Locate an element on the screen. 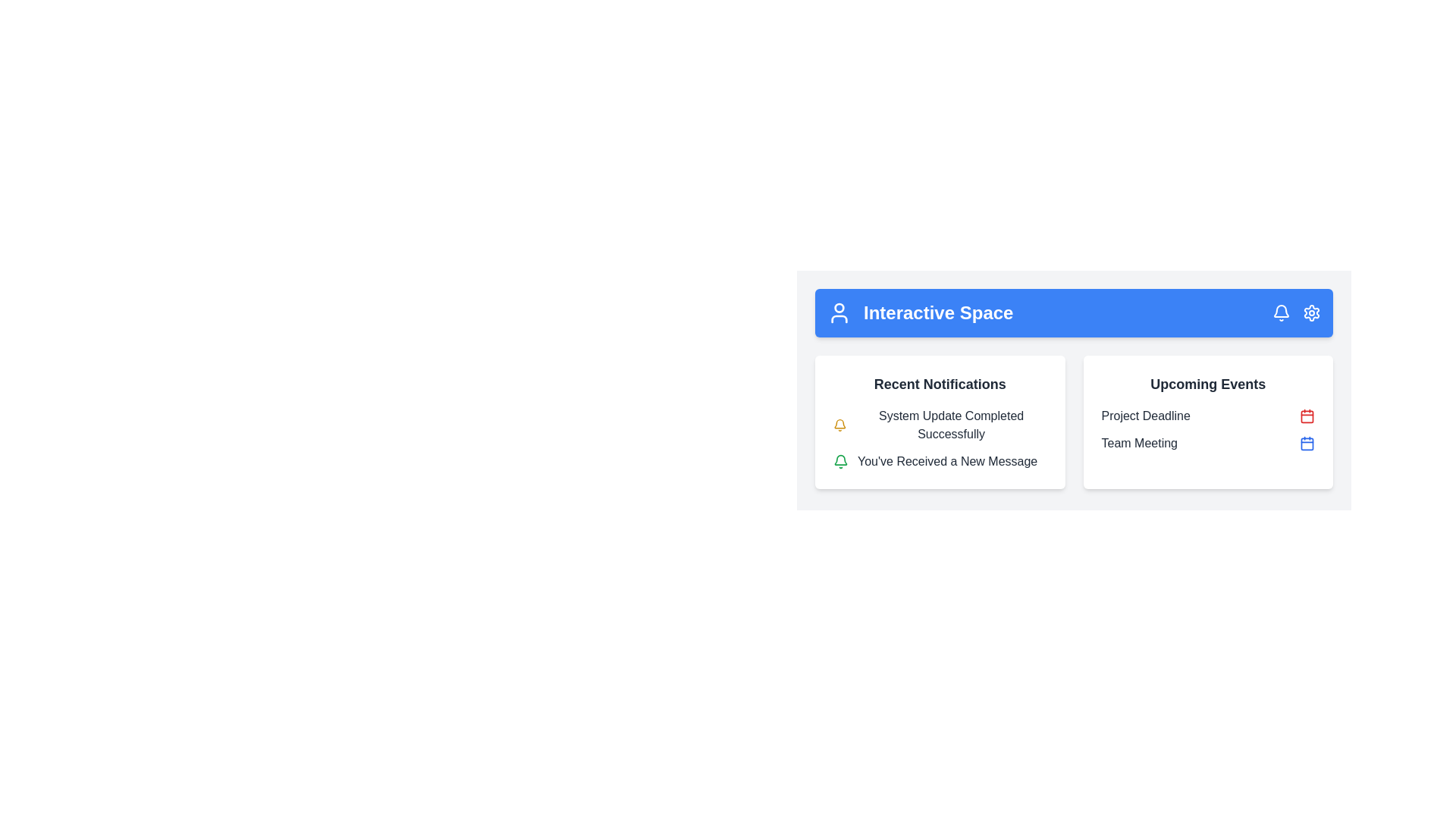 Image resolution: width=1456 pixels, height=819 pixels. calendar icon in the second row of the vertical list of event items, which is labeled 'Team Meeting' and has a blue calendar icon on the right is located at coordinates (1207, 430).